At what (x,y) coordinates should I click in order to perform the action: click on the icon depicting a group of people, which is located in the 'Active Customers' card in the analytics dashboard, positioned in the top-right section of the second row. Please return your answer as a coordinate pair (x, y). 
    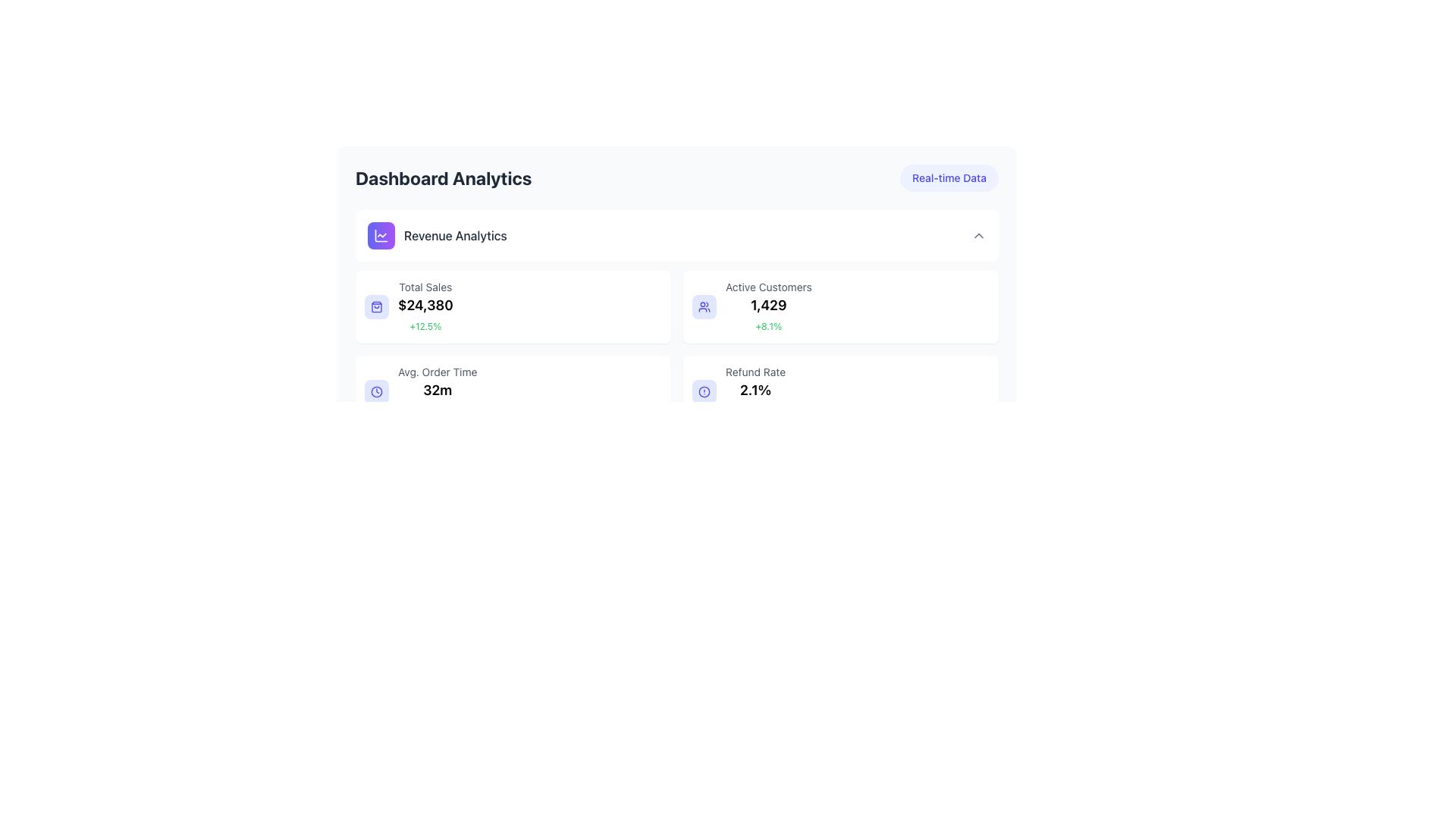
    Looking at the image, I should click on (704, 307).